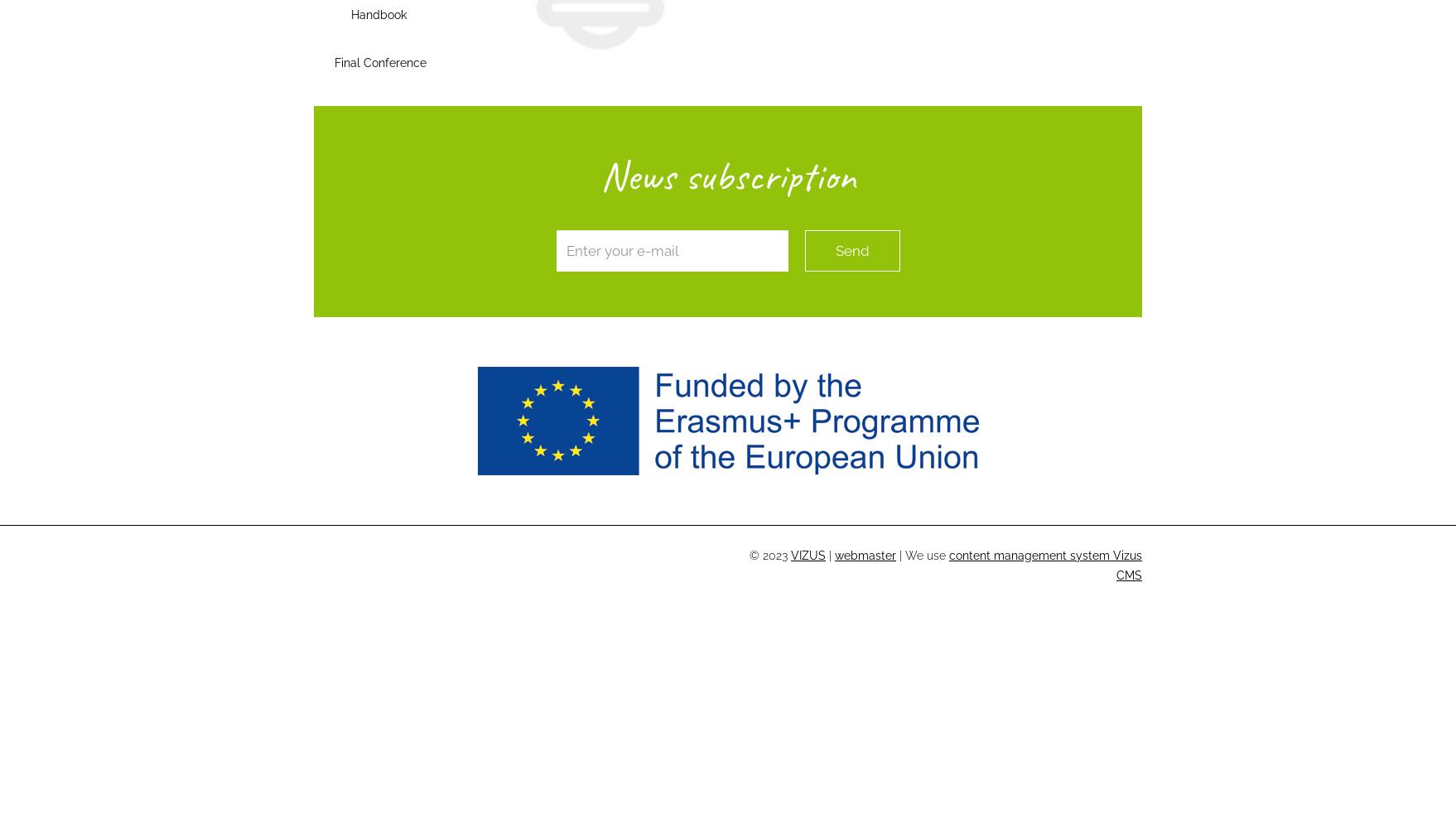  I want to click on 'content management system Vizus CMS', so click(1045, 565).